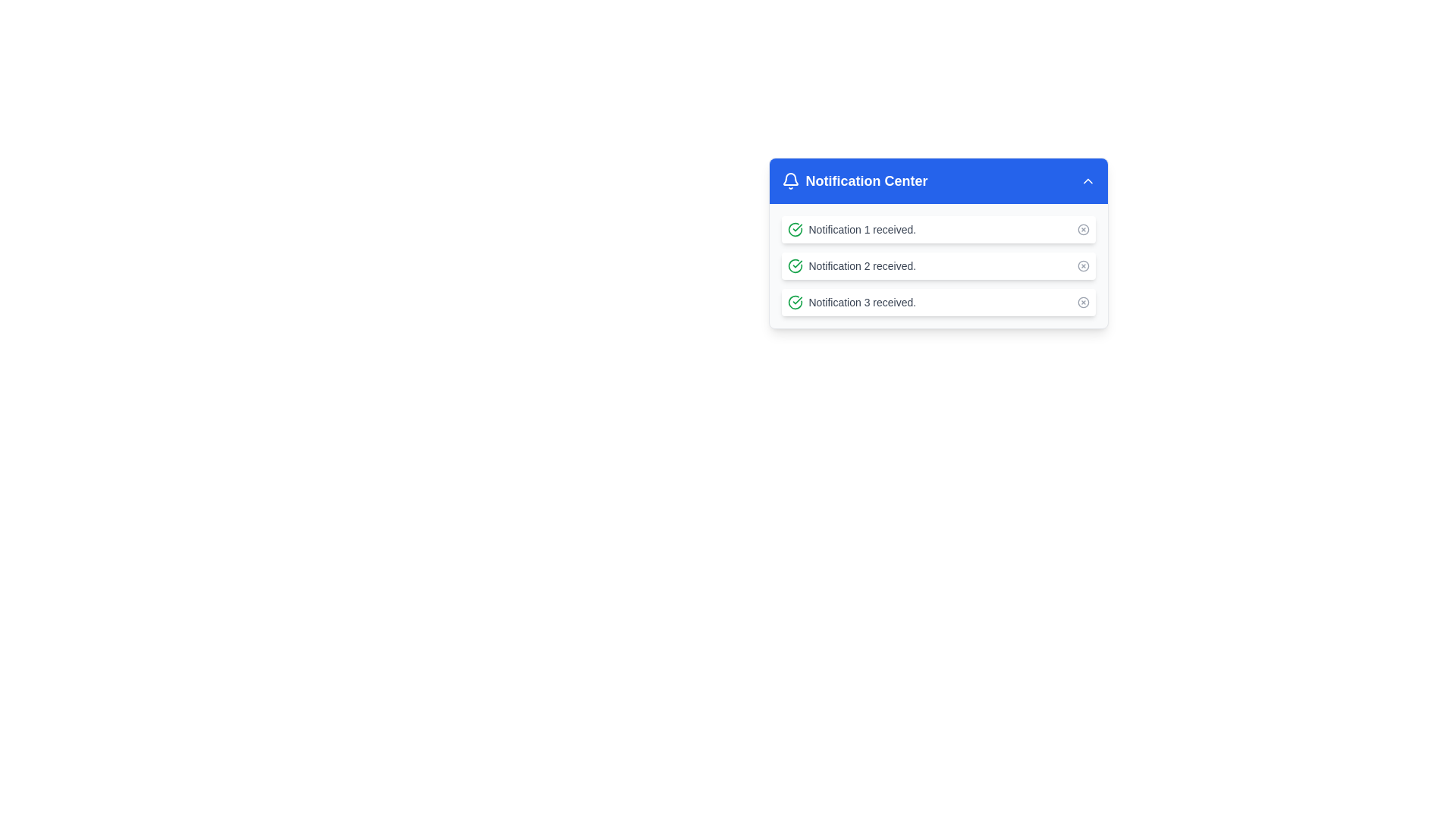  Describe the element at coordinates (852, 265) in the screenshot. I see `the notification item labeled 'Notification 2 received.' which features a green check icon to associate the visual indication with the message` at that location.